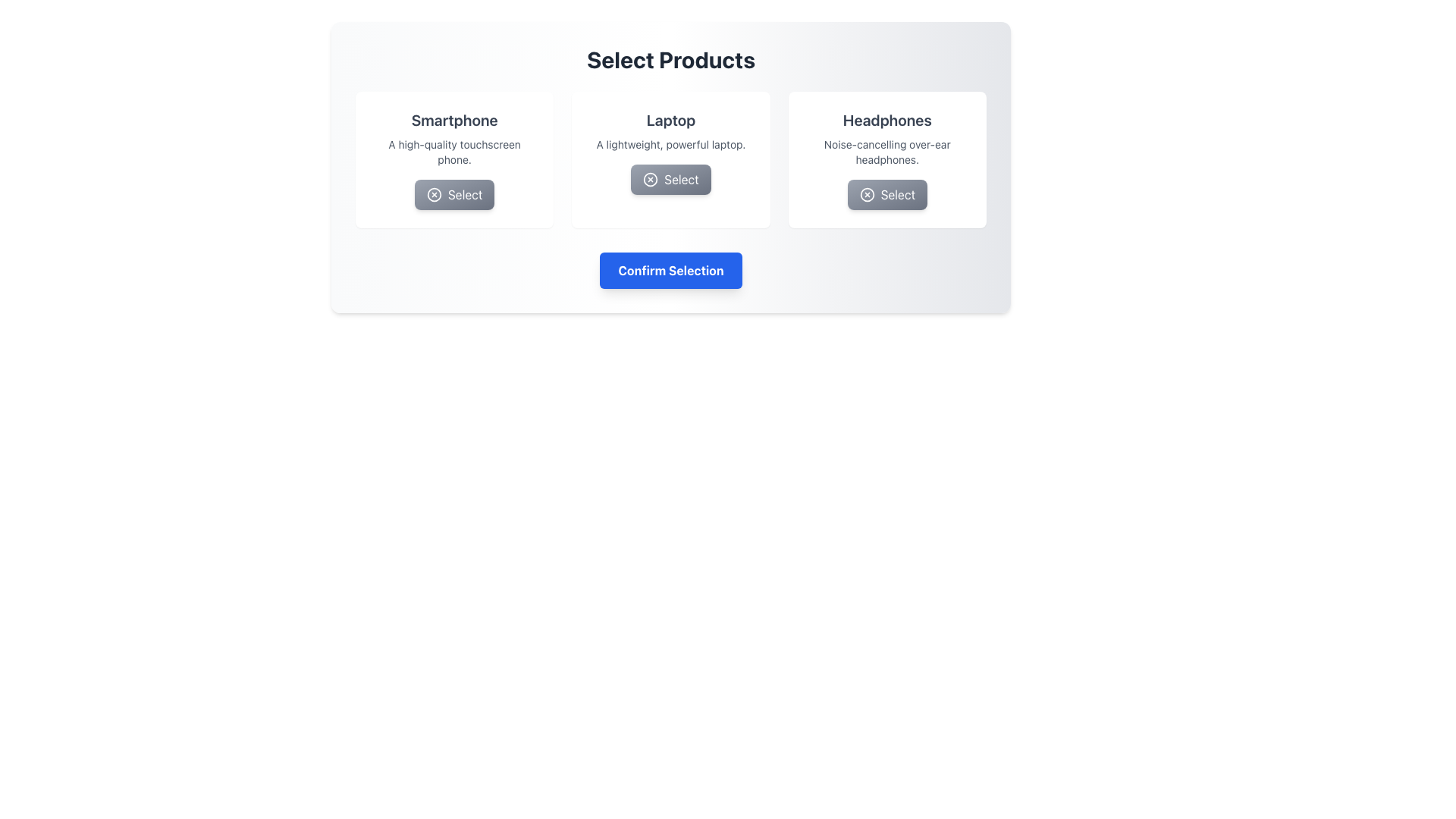 This screenshot has height=819, width=1456. Describe the element at coordinates (433, 194) in the screenshot. I see `the icon with a thin circular outline and an 'X' symbol, located within the 'Select' button under the 'Smartphone' card` at that location.